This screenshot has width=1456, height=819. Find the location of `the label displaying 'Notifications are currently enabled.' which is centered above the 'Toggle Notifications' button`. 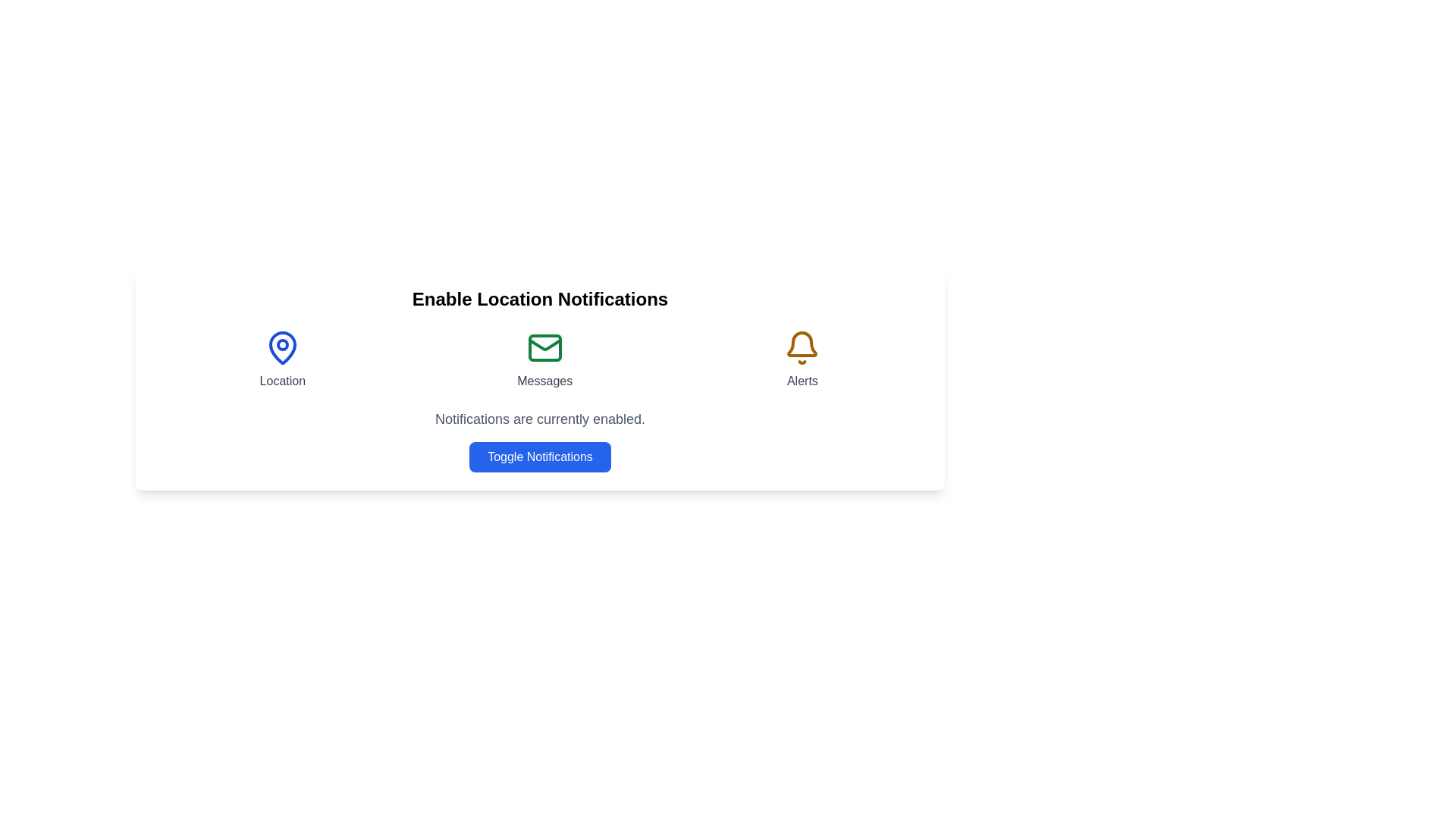

the label displaying 'Notifications are currently enabled.' which is centered above the 'Toggle Notifications' button is located at coordinates (540, 419).